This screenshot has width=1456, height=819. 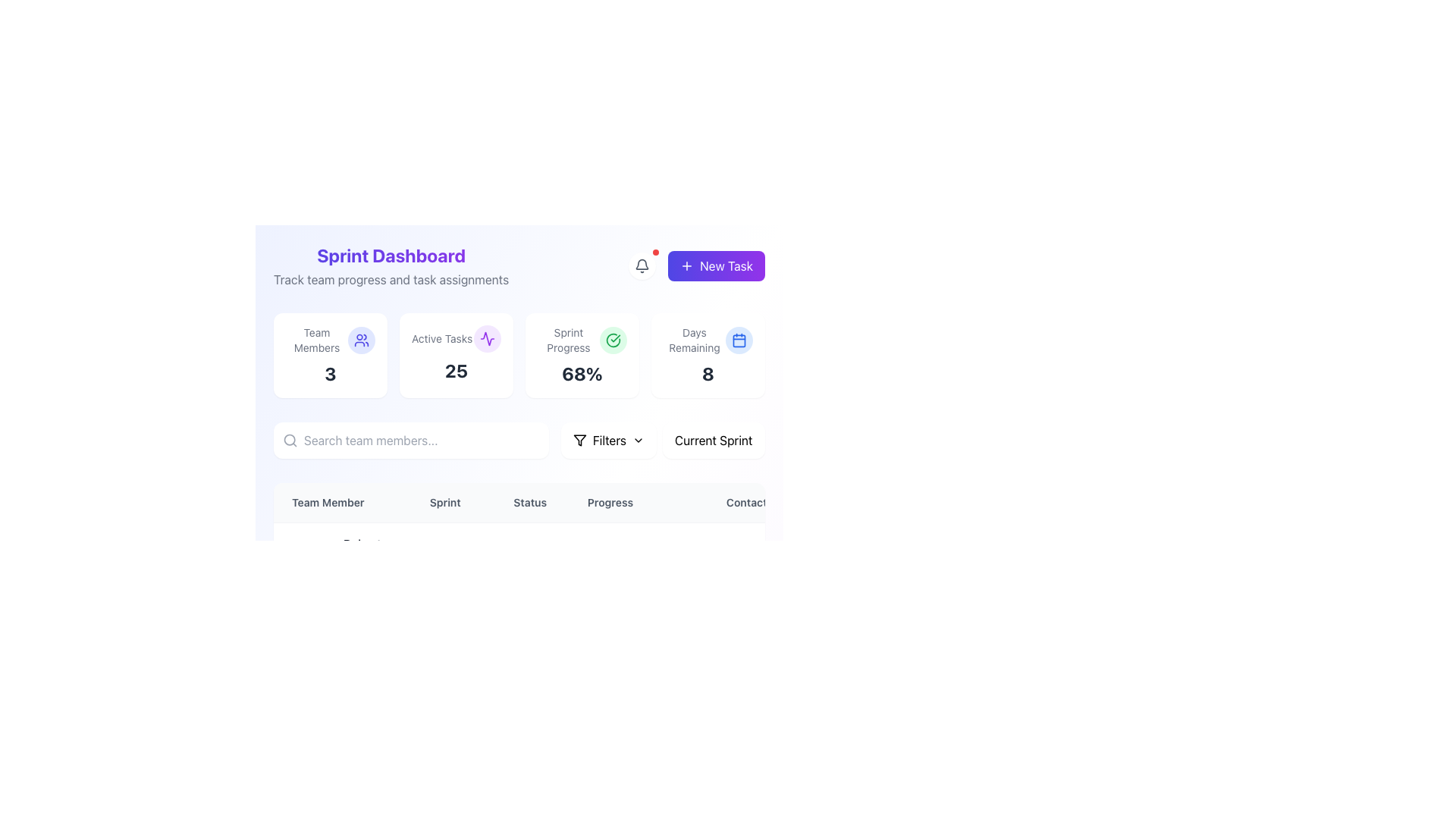 I want to click on the 'Team Member' text label, which serves as a column header for categorizing data under the 'Team Member' column, so click(x=341, y=503).